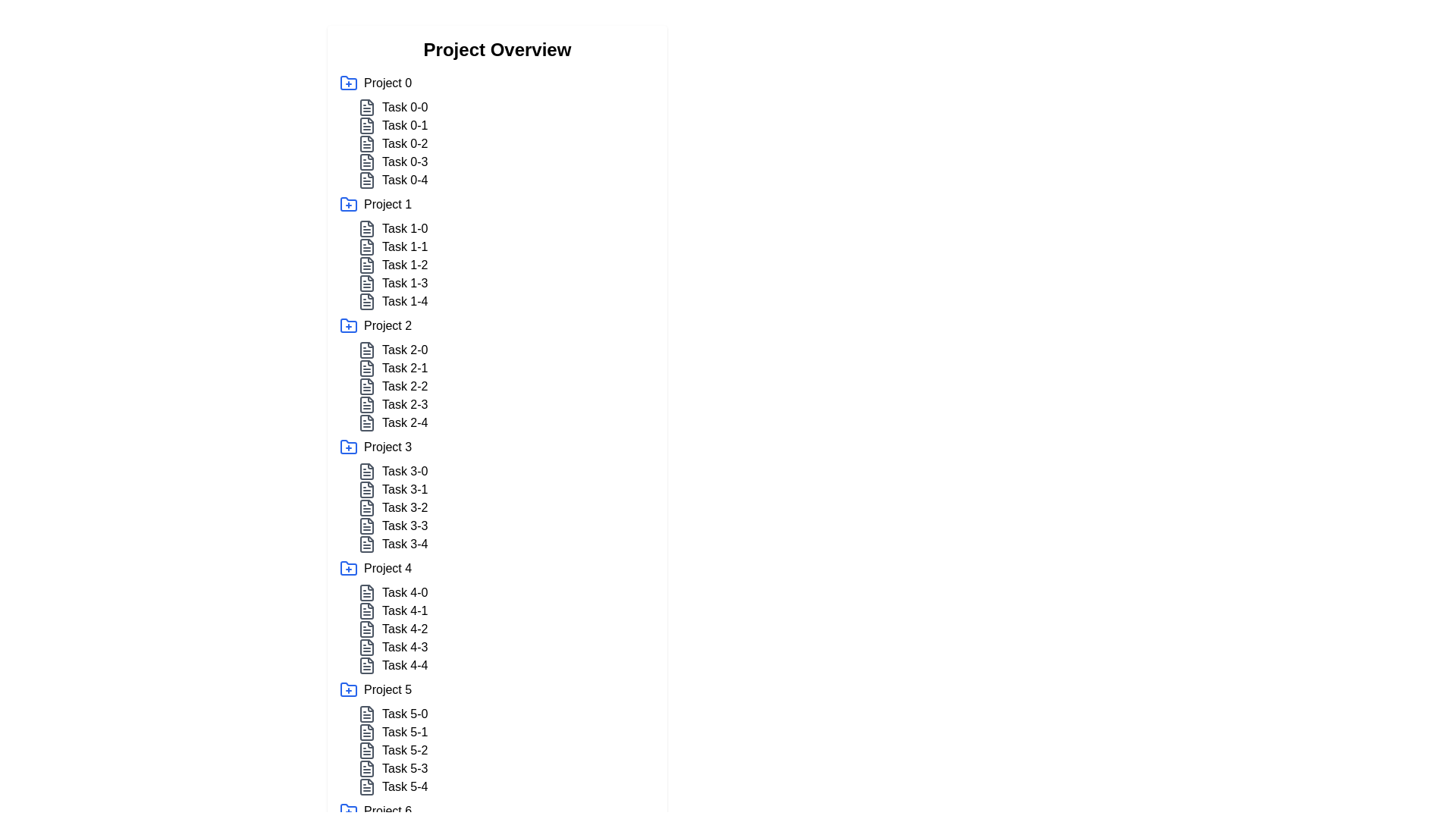 Image resolution: width=1456 pixels, height=819 pixels. I want to click on the document icon styled in gray, located to the left of the text 'Task 3-3' in the task list under 'Project 3', so click(367, 526).